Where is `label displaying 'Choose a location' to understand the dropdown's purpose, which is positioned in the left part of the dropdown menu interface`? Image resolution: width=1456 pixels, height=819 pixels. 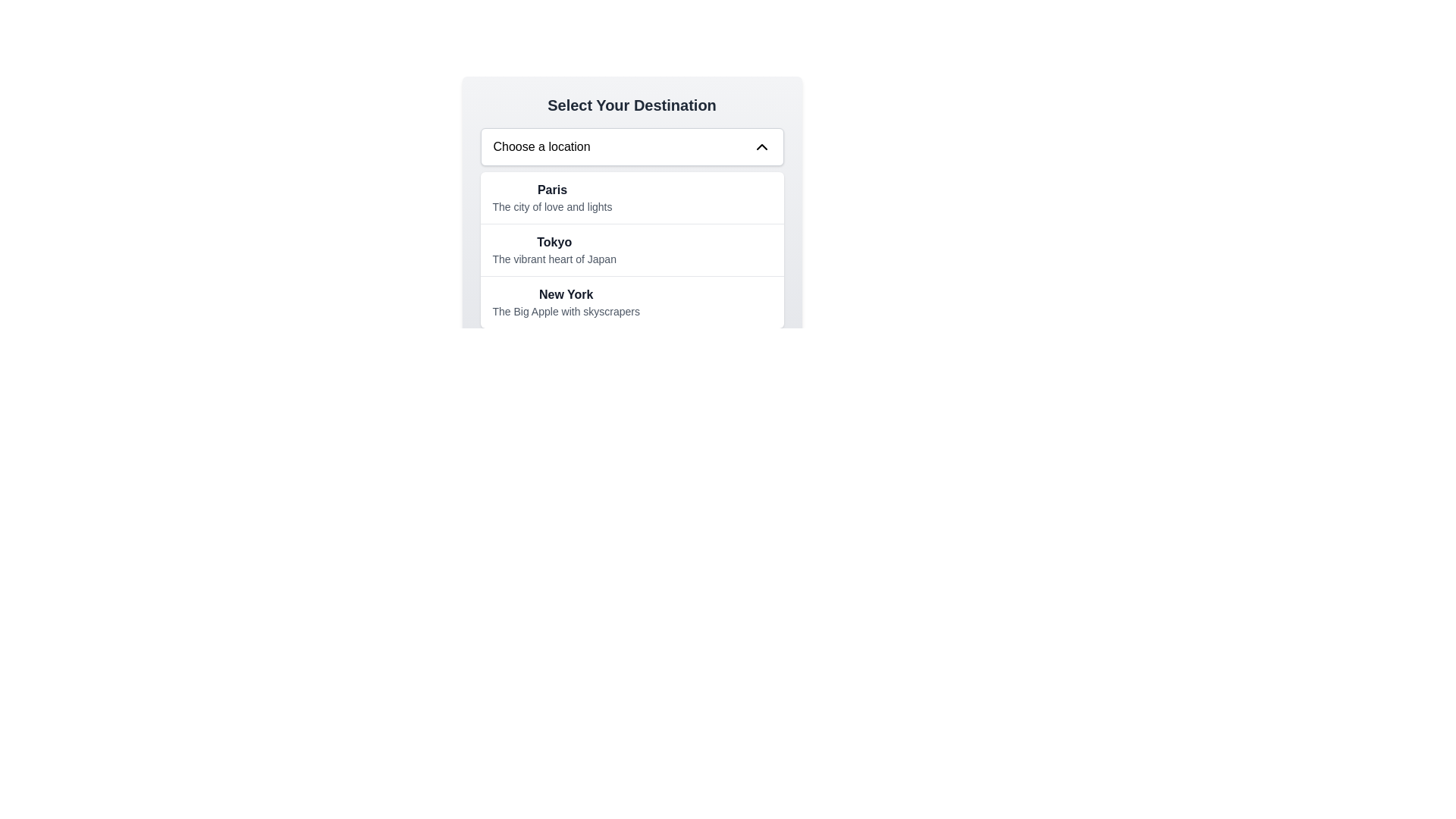
label displaying 'Choose a location' to understand the dropdown's purpose, which is positioned in the left part of the dropdown menu interface is located at coordinates (541, 146).